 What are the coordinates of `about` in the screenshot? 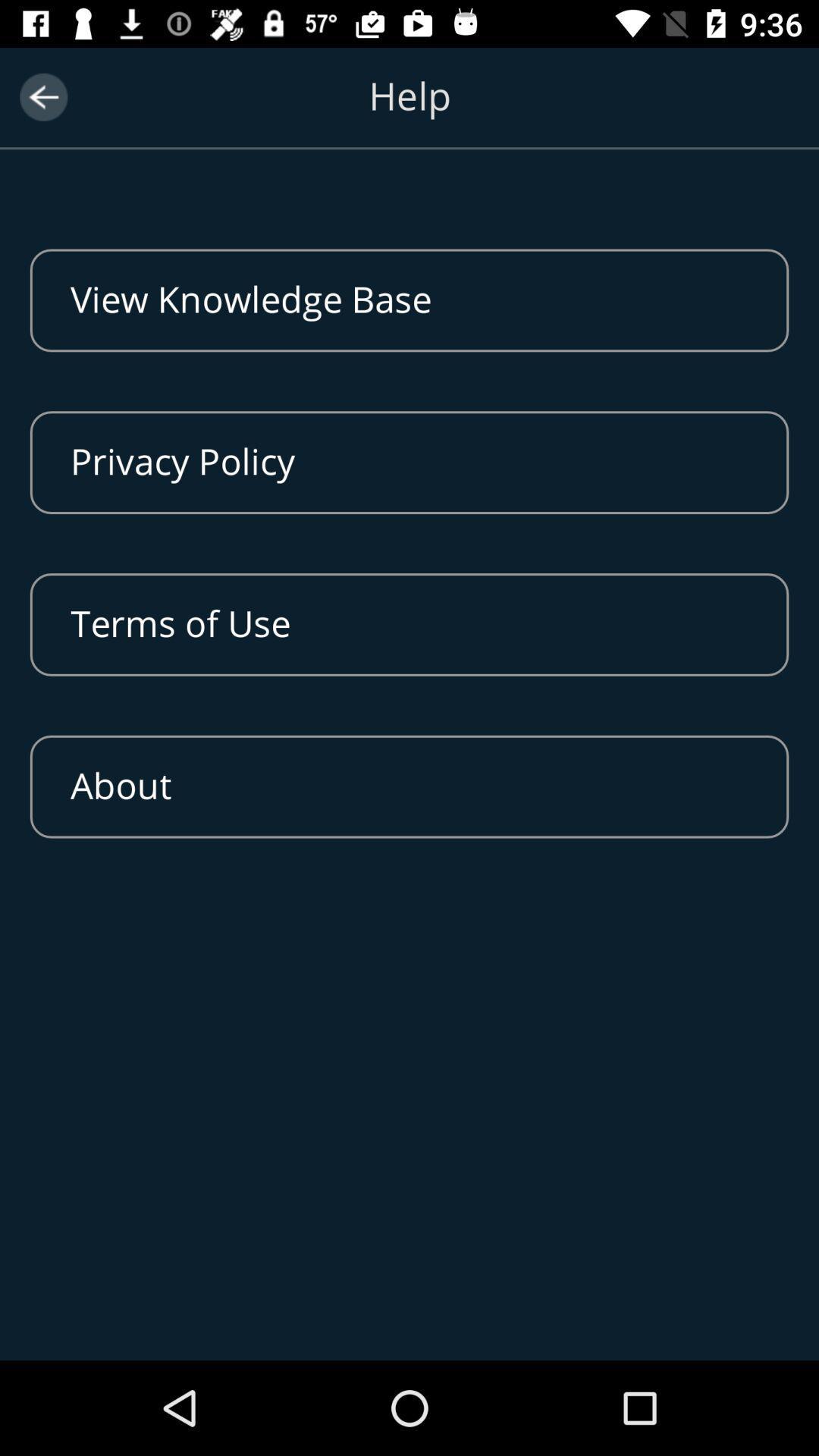 It's located at (409, 786).